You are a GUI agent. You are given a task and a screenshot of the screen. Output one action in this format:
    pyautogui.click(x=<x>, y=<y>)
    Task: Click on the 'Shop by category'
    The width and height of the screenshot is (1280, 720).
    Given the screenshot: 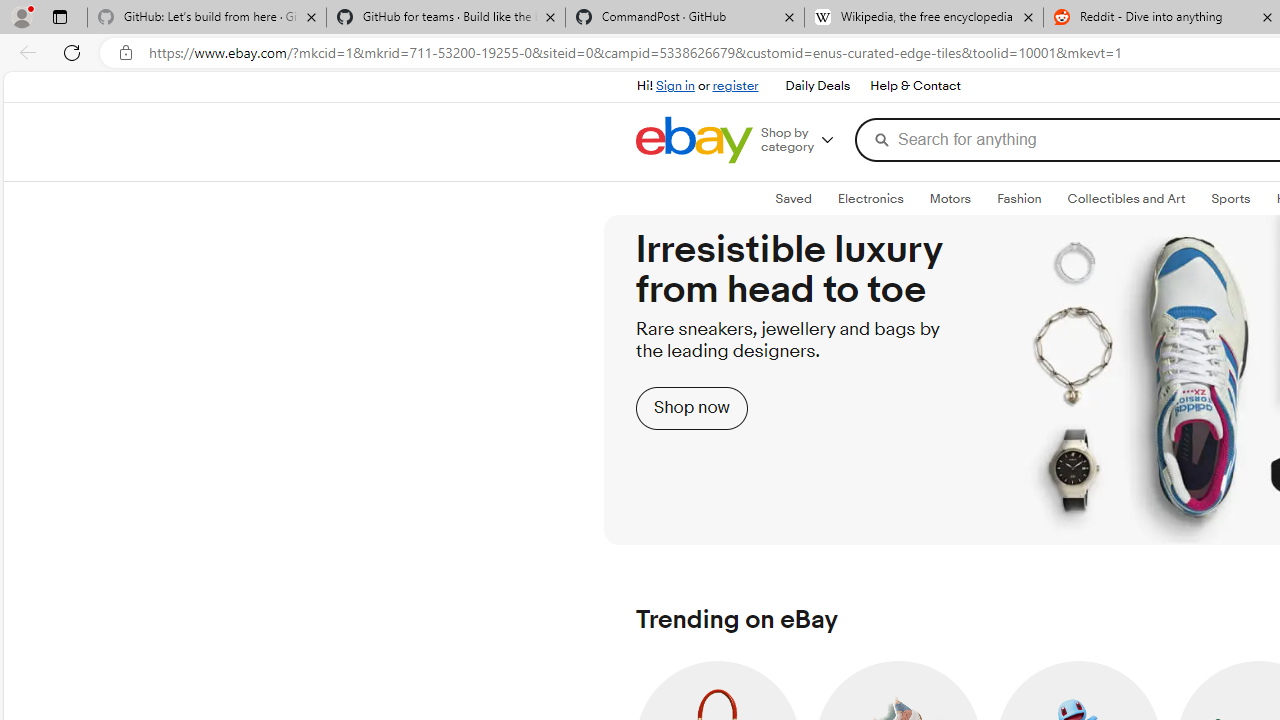 What is the action you would take?
    pyautogui.click(x=805, y=139)
    